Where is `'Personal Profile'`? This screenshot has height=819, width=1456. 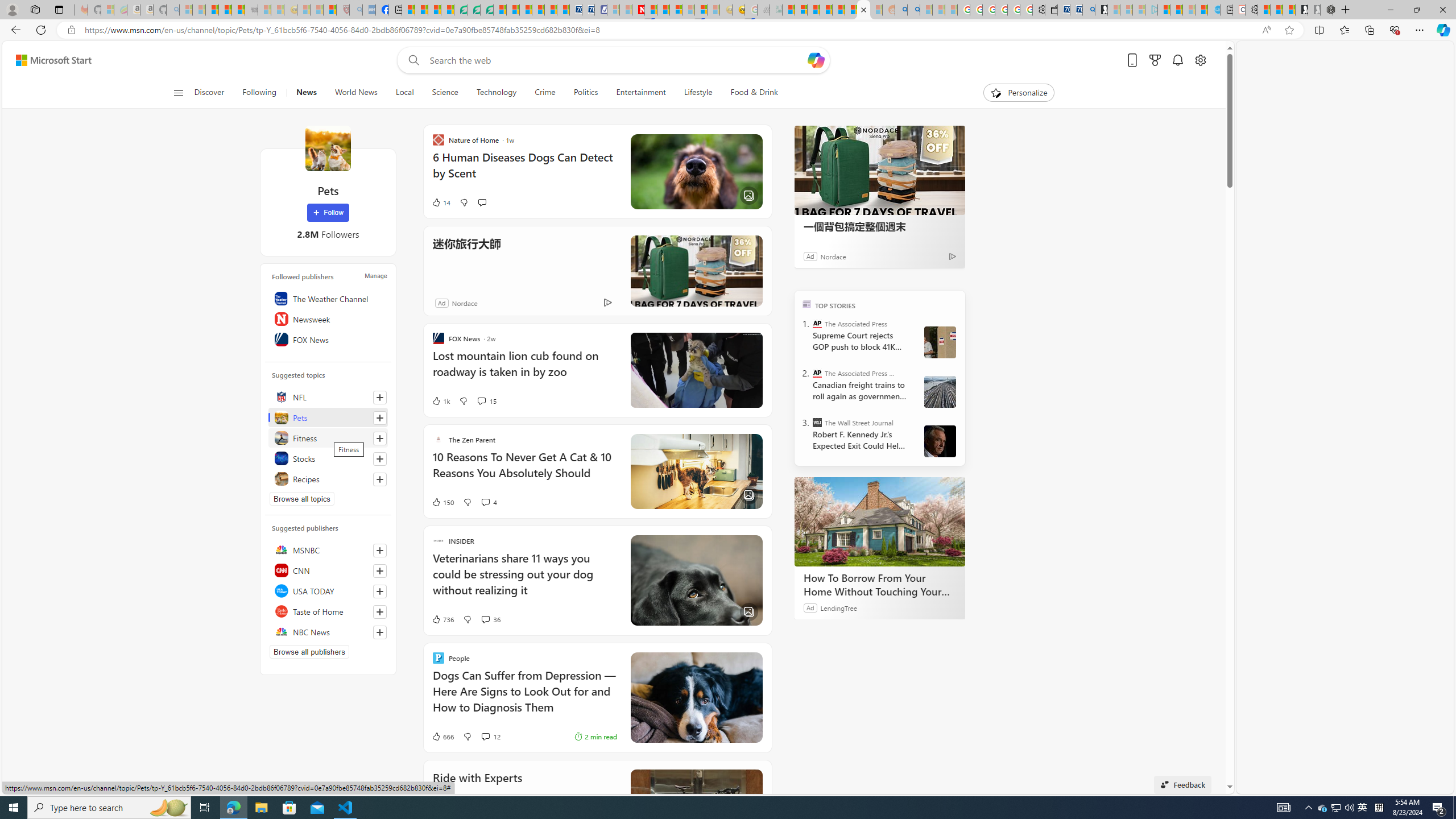 'Personal Profile' is located at coordinates (11, 9).